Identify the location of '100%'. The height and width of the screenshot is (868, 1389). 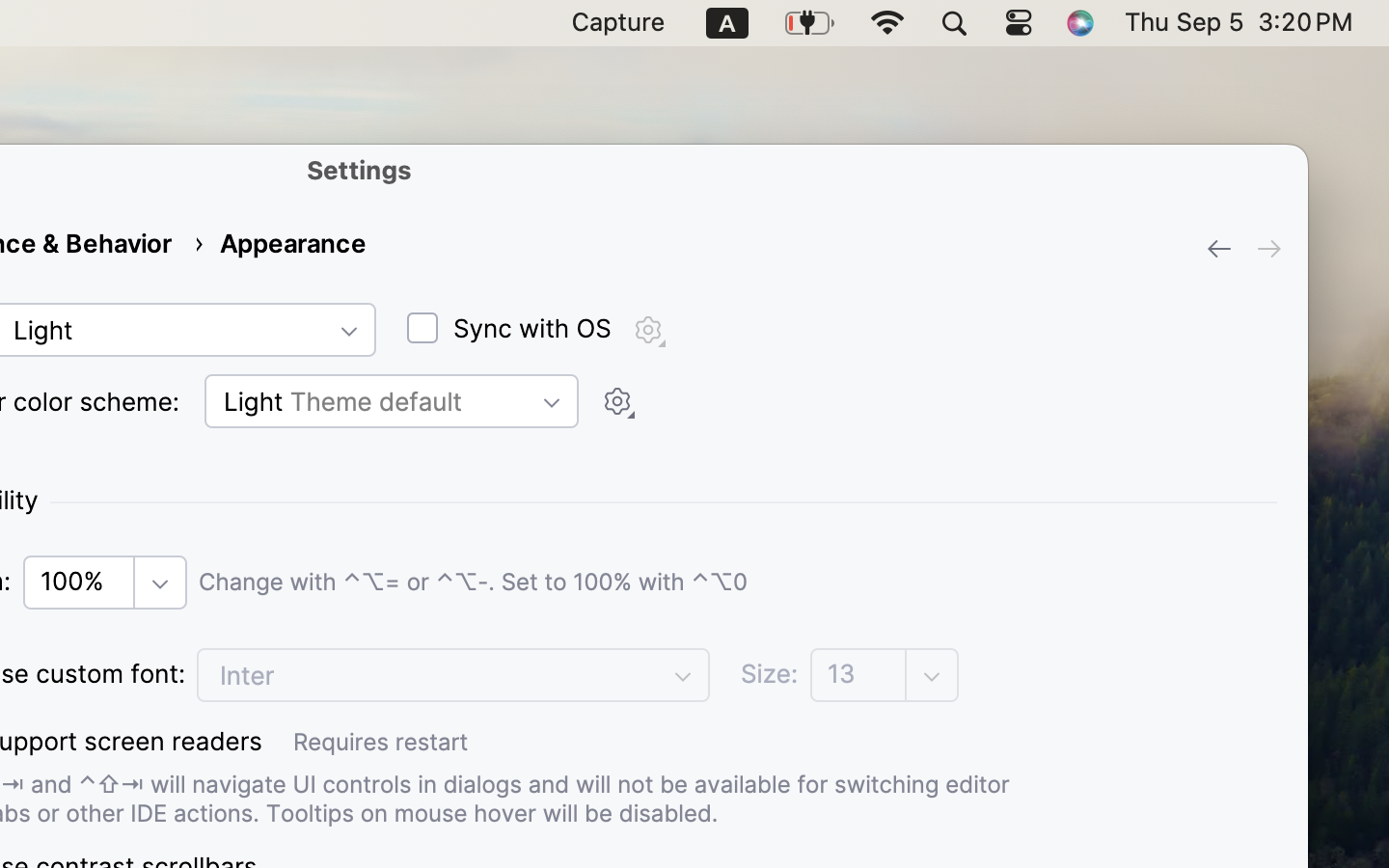
(105, 582).